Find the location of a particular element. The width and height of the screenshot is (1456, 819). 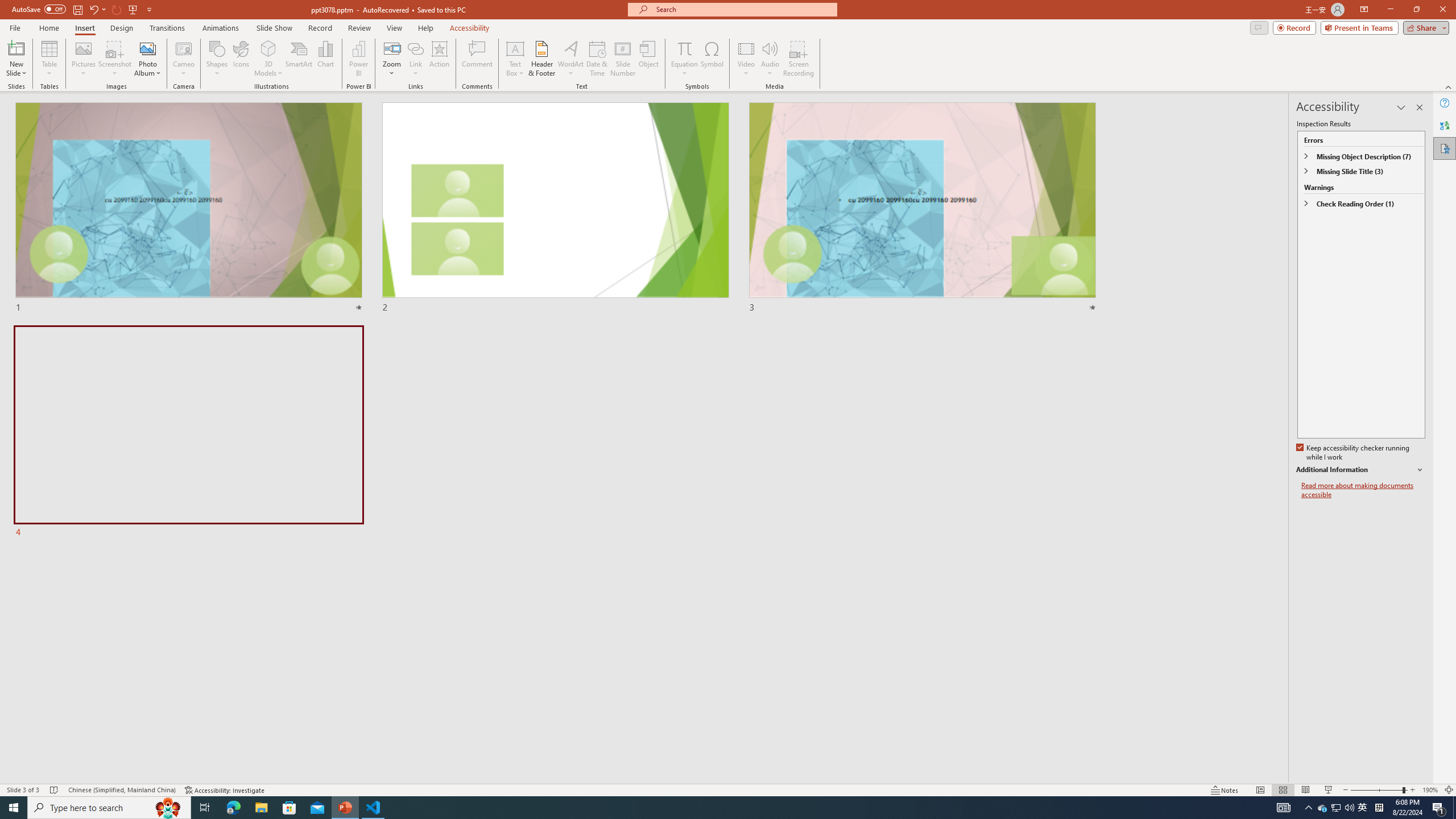

'Video' is located at coordinates (746, 59).